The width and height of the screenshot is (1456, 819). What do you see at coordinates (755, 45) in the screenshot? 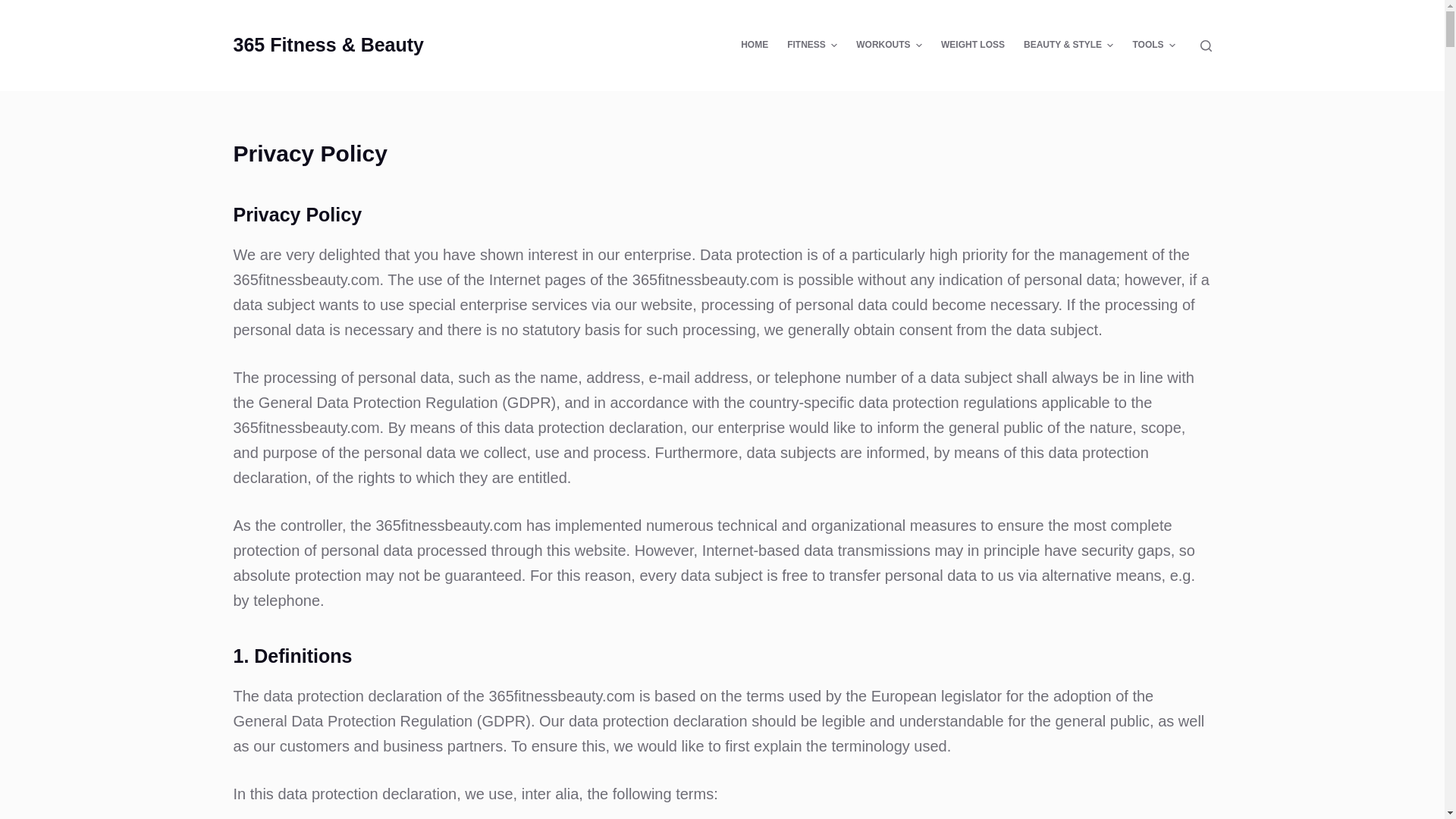
I see `'HOME'` at bounding box center [755, 45].